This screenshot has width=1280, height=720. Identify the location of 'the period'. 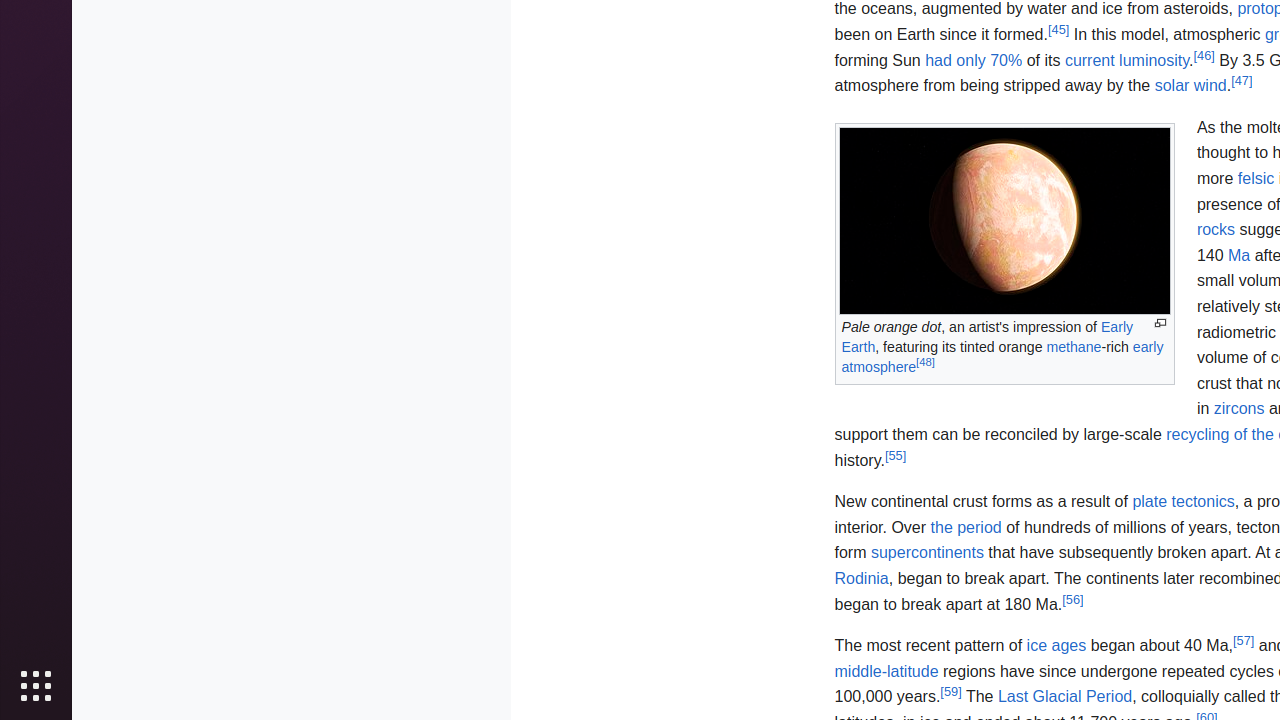
(966, 525).